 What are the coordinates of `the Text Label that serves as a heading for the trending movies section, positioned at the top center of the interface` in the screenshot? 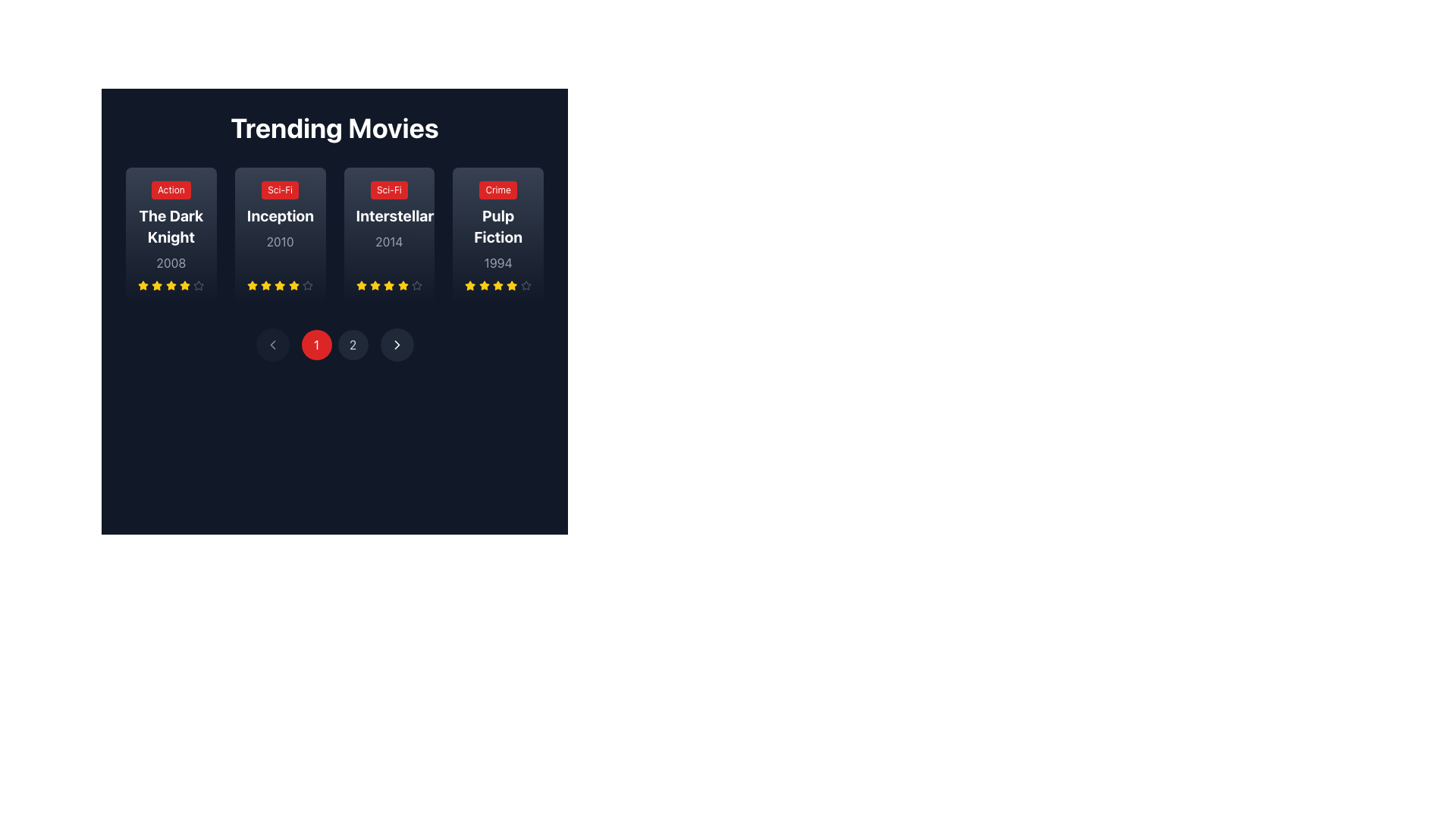 It's located at (334, 127).